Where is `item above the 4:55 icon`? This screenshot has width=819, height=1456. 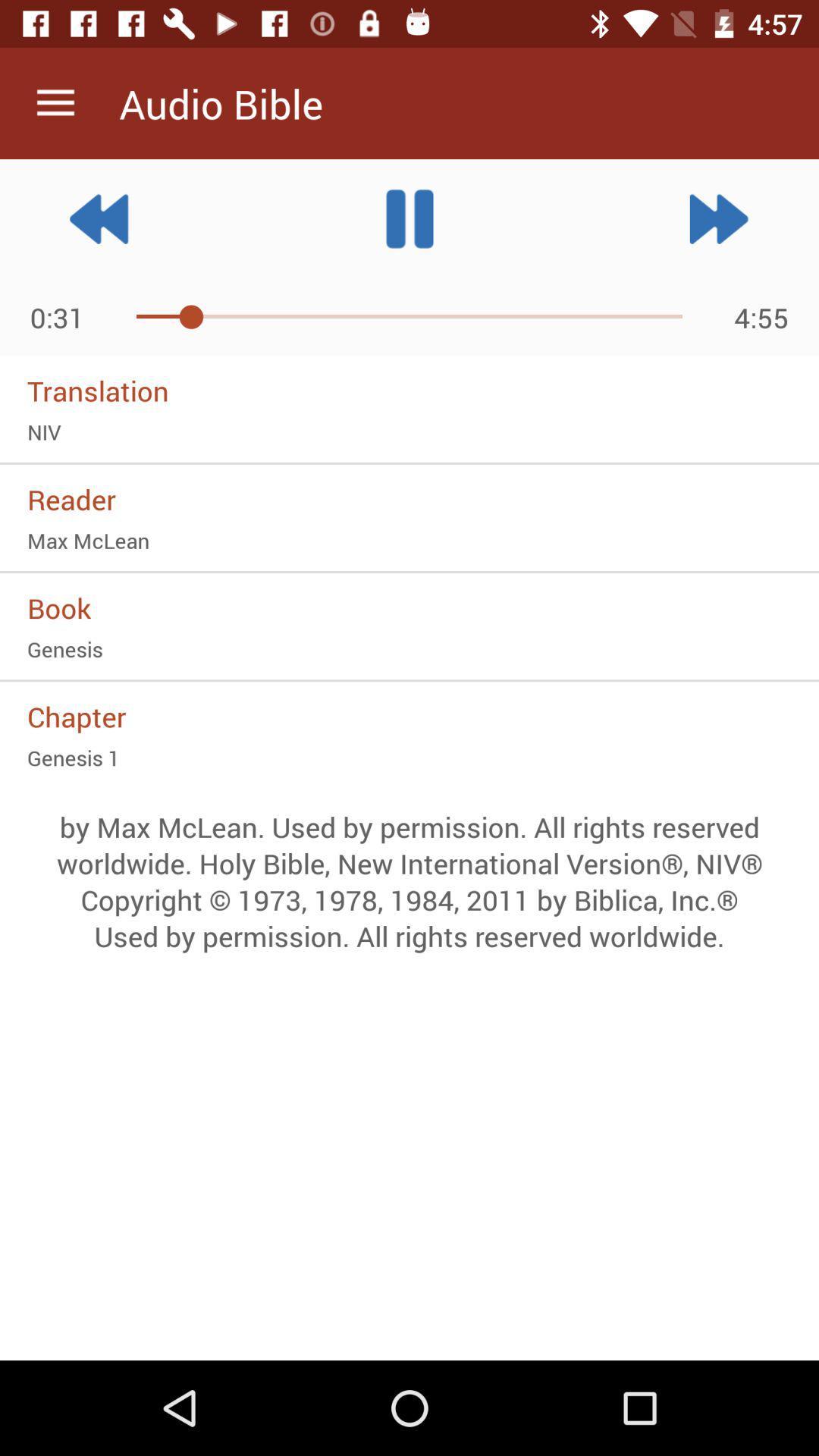 item above the 4:55 icon is located at coordinates (718, 218).